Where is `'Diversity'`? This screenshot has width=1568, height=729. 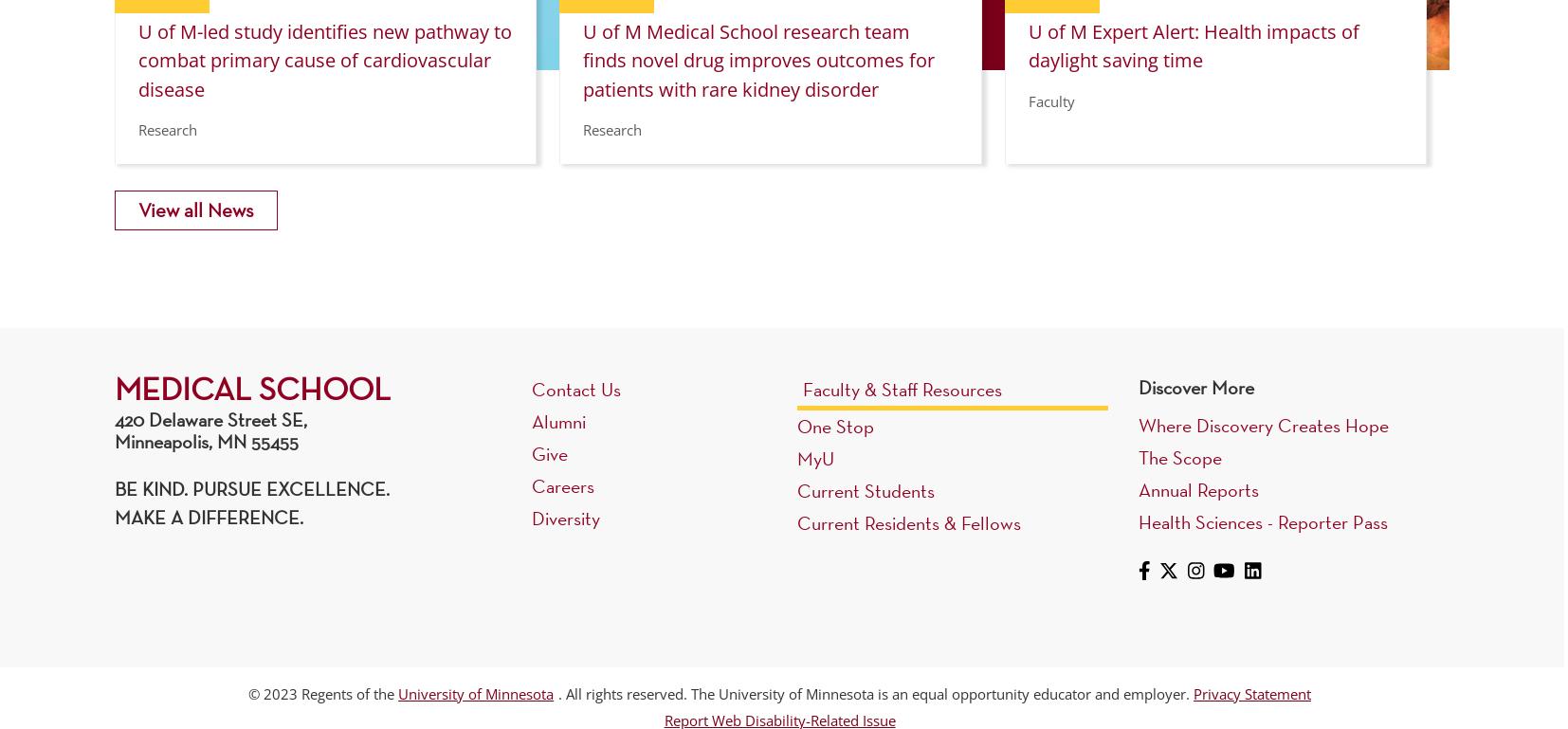 'Diversity' is located at coordinates (565, 517).